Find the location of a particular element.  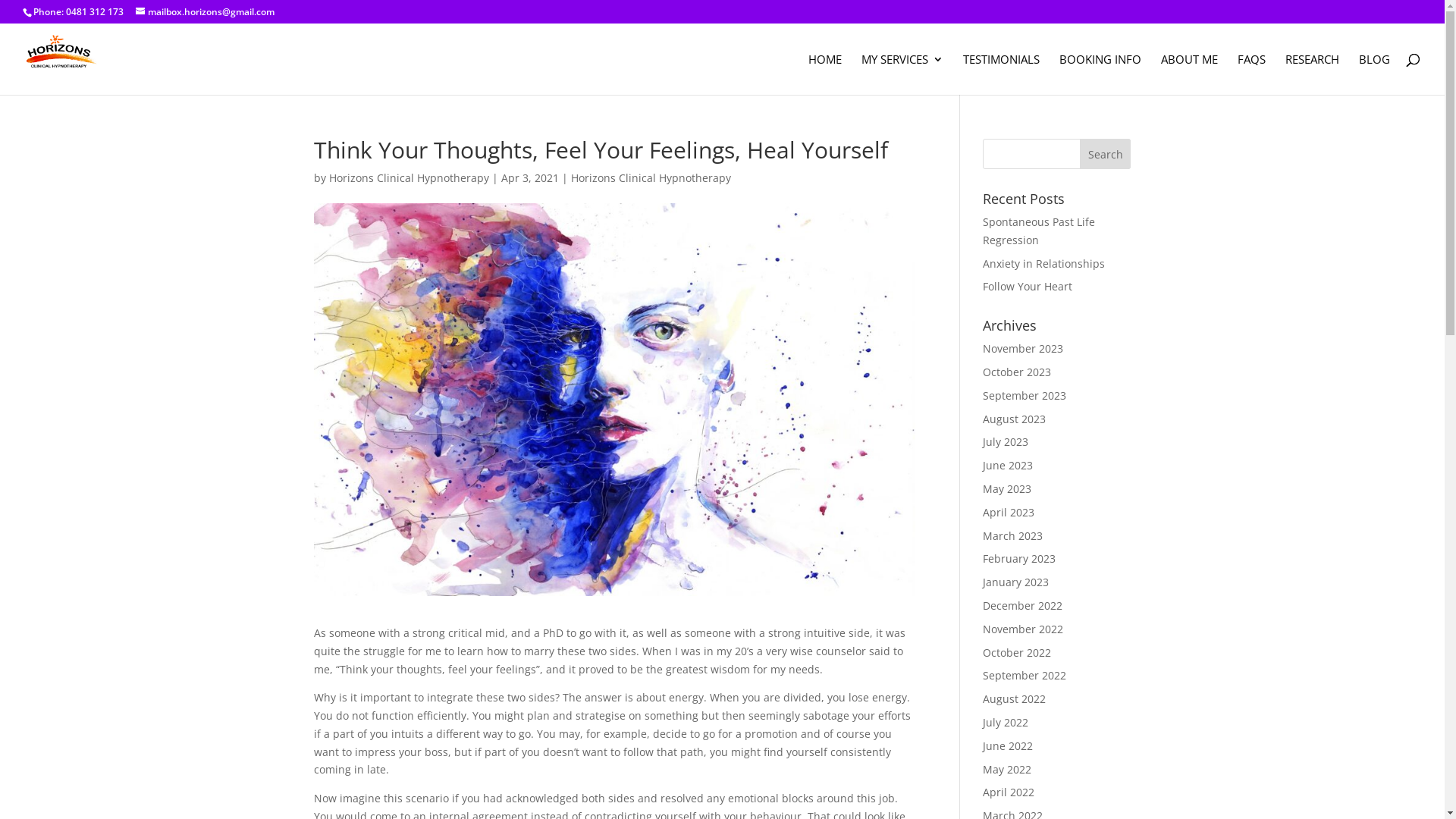

'August 2022' is located at coordinates (1014, 698).